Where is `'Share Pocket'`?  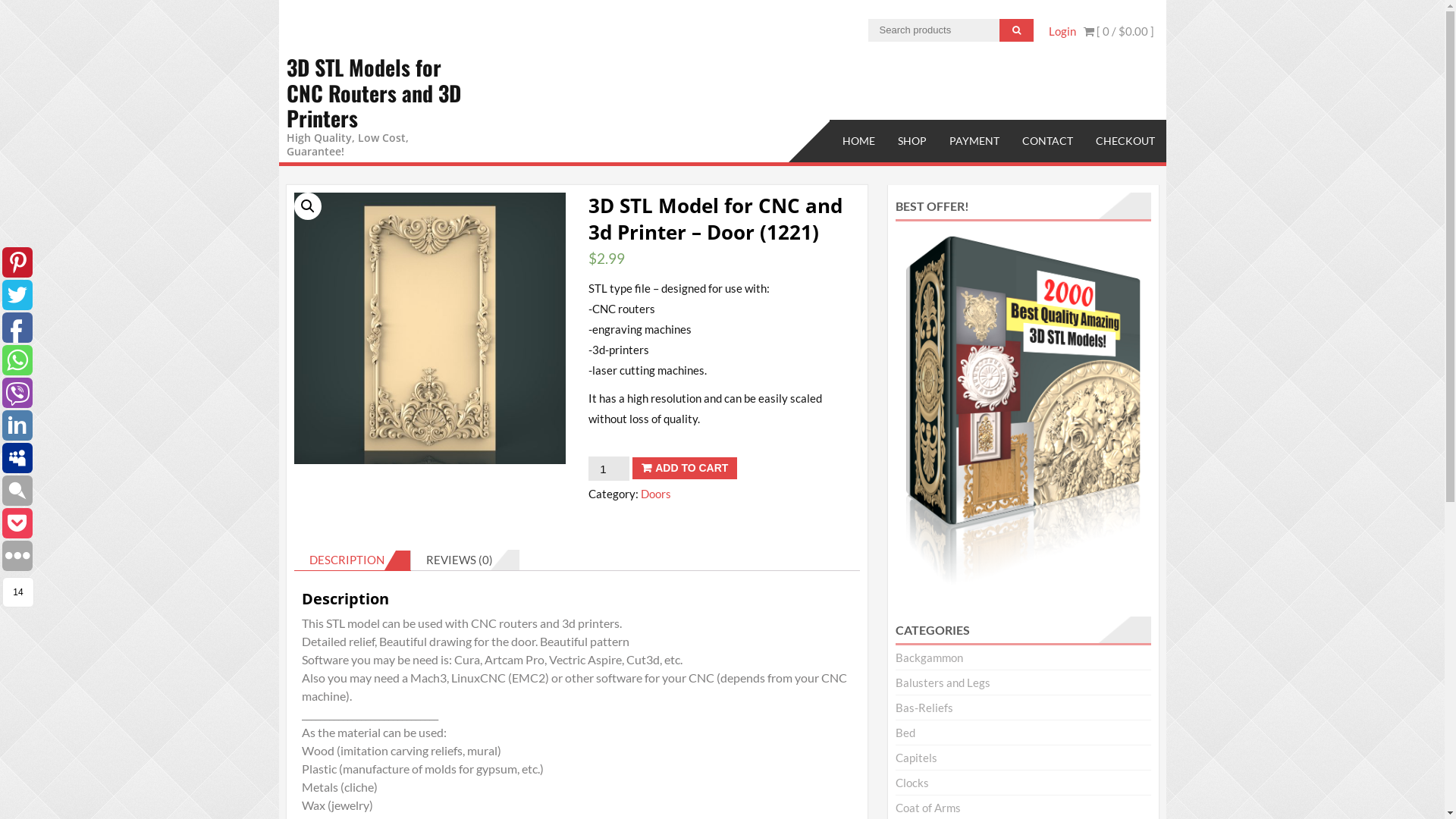 'Share Pocket' is located at coordinates (2, 522).